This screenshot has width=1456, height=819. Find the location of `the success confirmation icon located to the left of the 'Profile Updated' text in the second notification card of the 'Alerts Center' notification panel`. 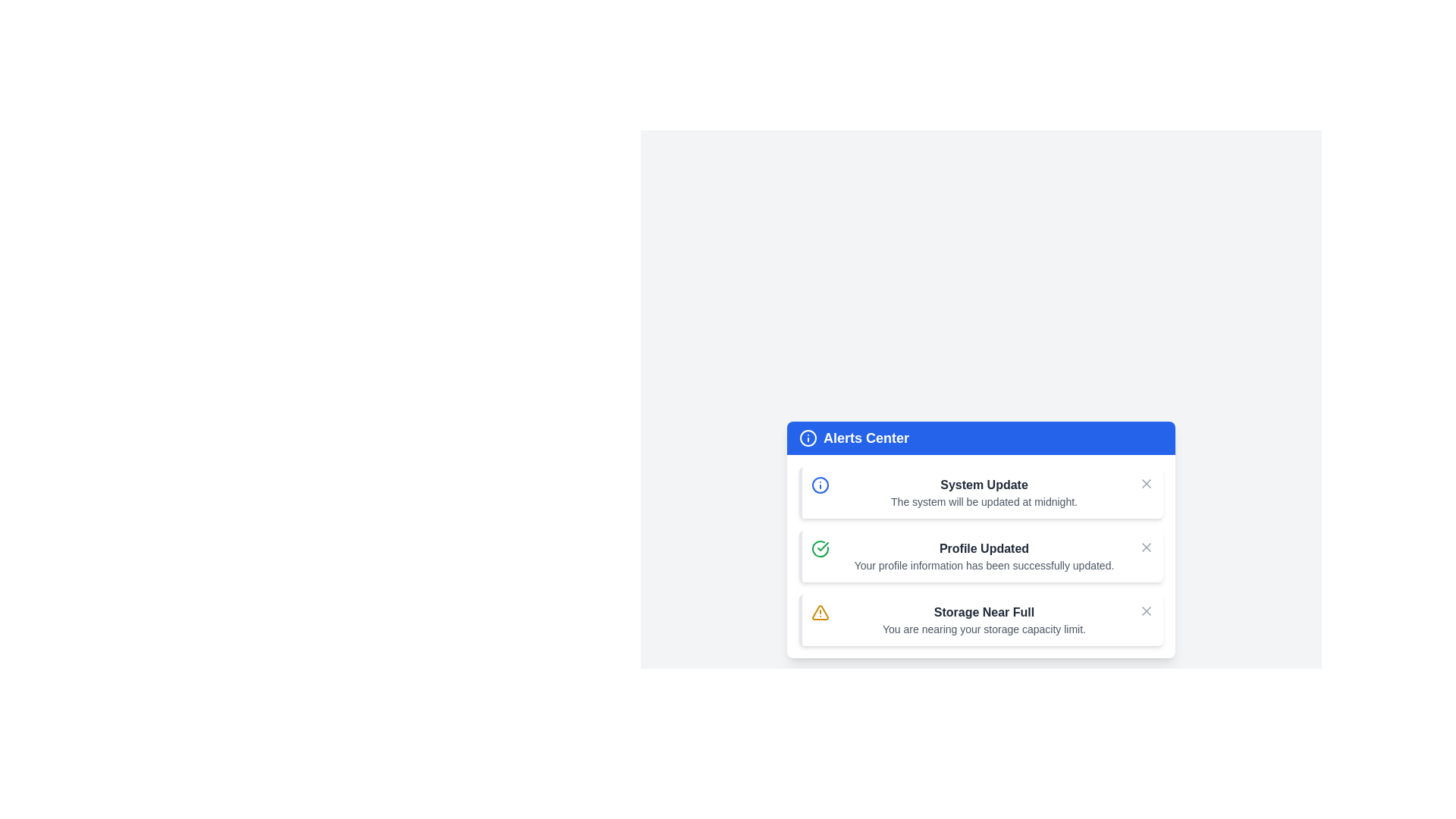

the success confirmation icon located to the left of the 'Profile Updated' text in the second notification card of the 'Alerts Center' notification panel is located at coordinates (819, 549).